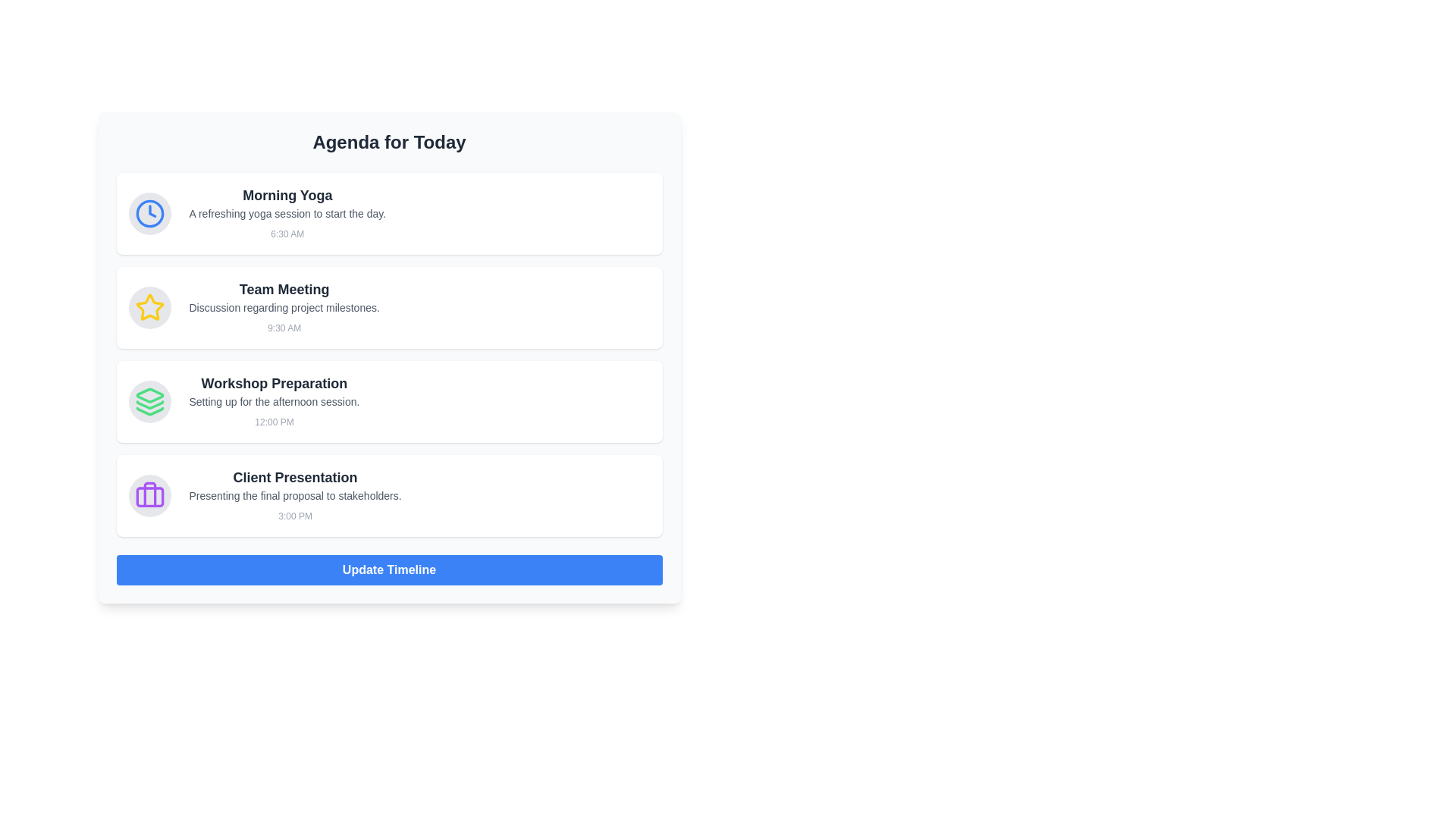  I want to click on the text label displaying 'Morning Yoga', which identifies the scheduled activity in the agenda interface, so click(287, 195).